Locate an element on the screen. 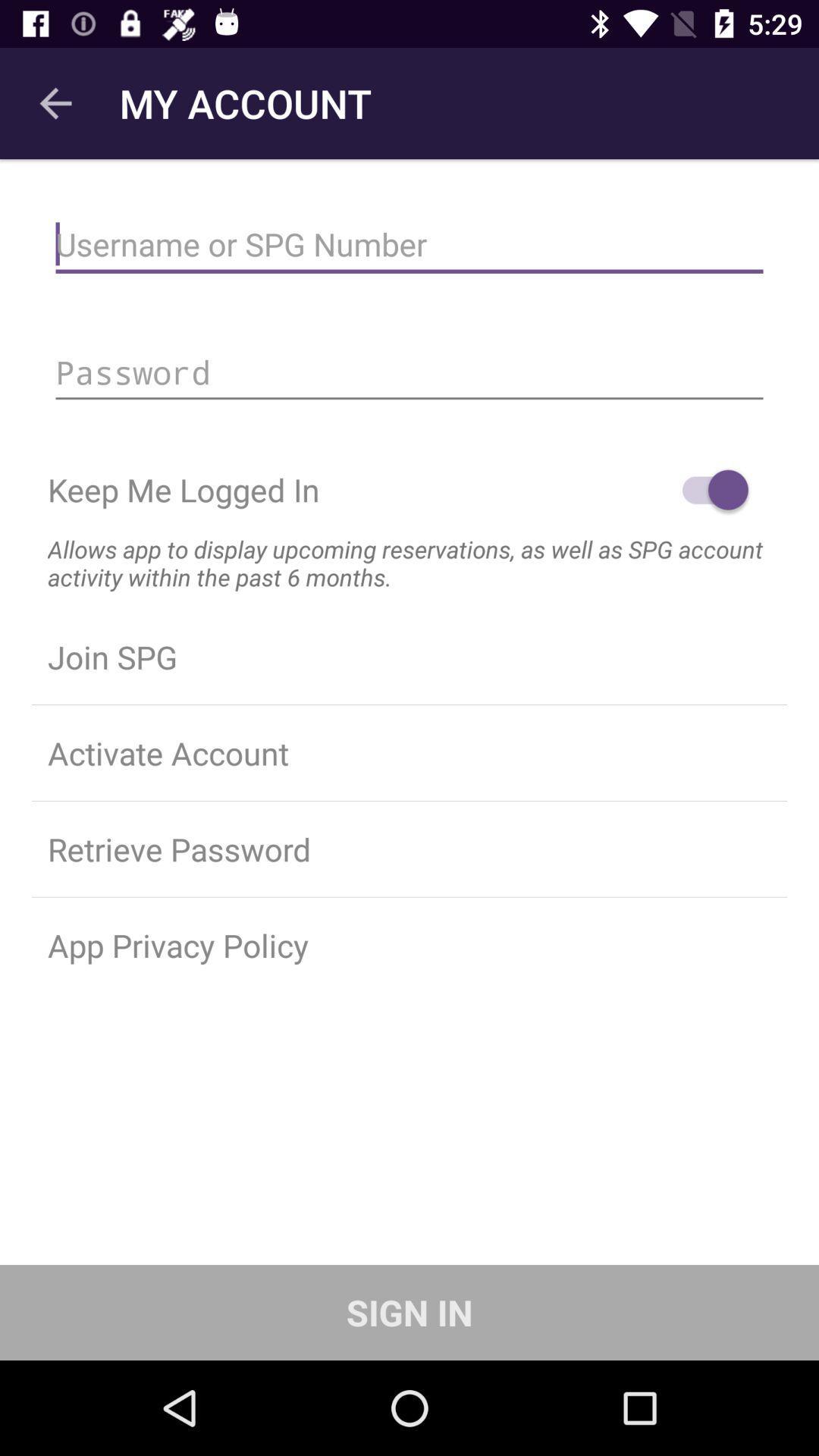 The height and width of the screenshot is (1456, 819). the join spg is located at coordinates (409, 657).